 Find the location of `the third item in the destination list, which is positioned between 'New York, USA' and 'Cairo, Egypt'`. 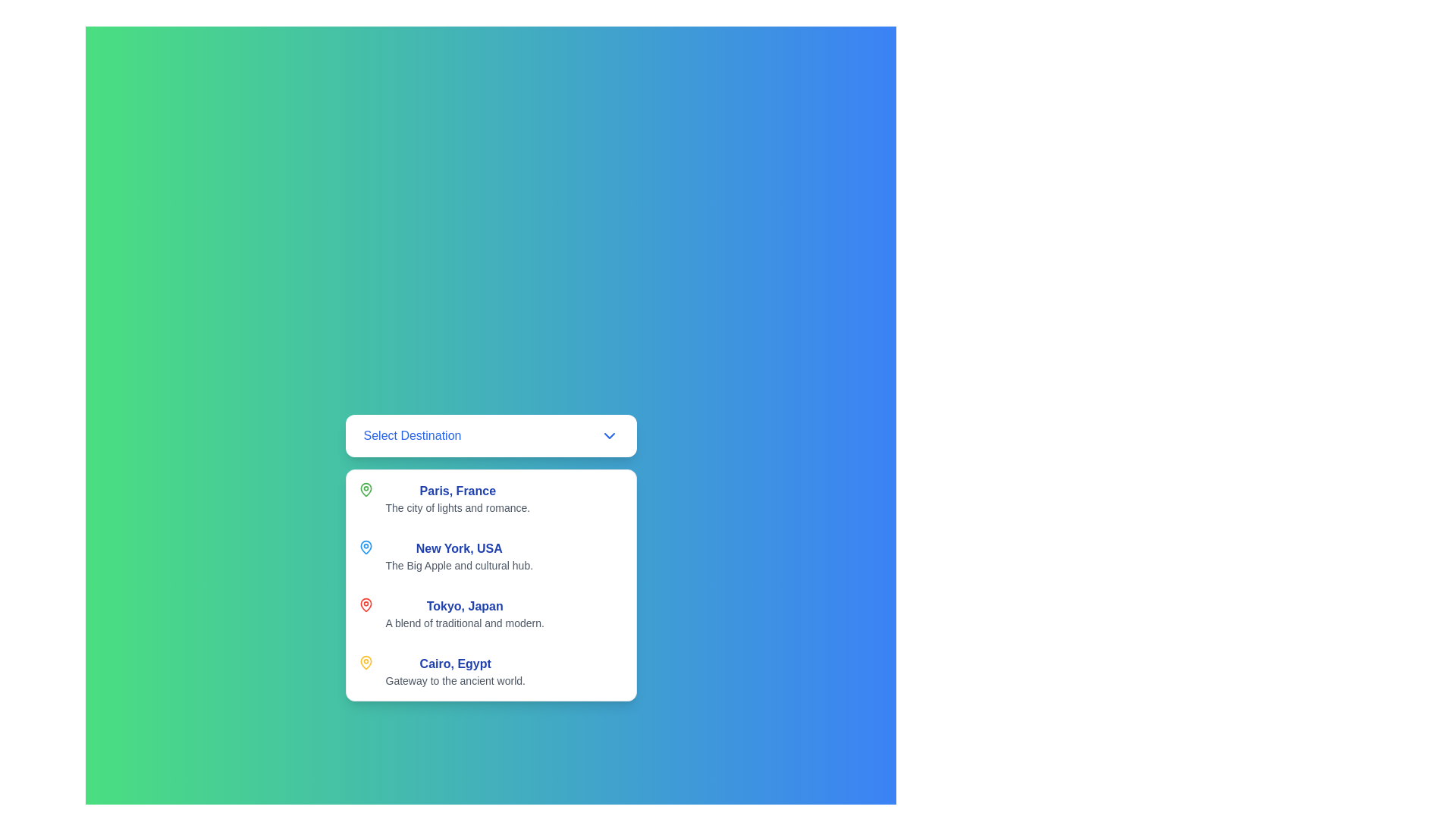

the third item in the destination list, which is positioned between 'New York, USA' and 'Cairo, Egypt' is located at coordinates (491, 614).